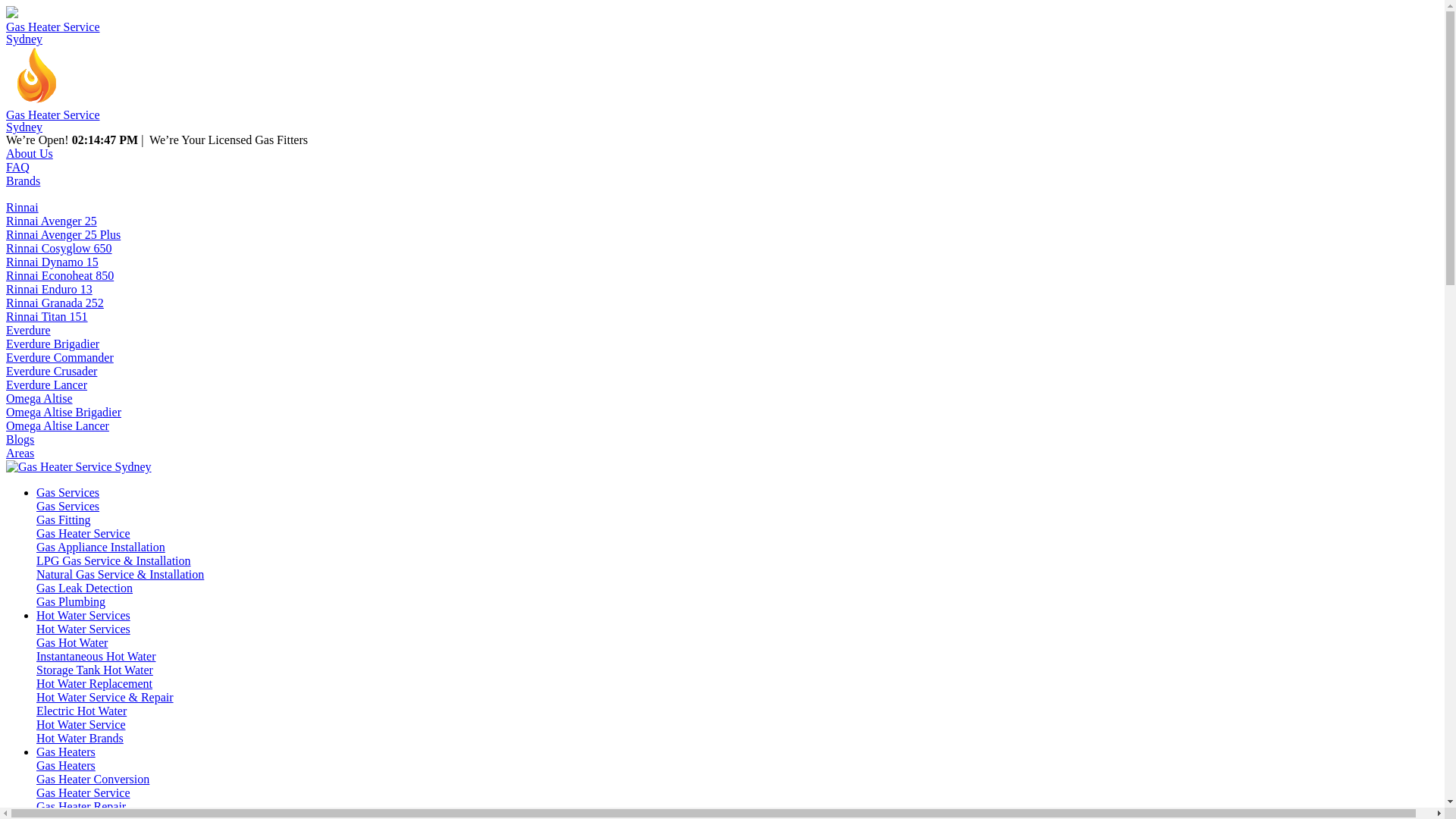 The width and height of the screenshot is (1456, 819). Describe the element at coordinates (47, 315) in the screenshot. I see `'Rinnai Titan 151'` at that location.